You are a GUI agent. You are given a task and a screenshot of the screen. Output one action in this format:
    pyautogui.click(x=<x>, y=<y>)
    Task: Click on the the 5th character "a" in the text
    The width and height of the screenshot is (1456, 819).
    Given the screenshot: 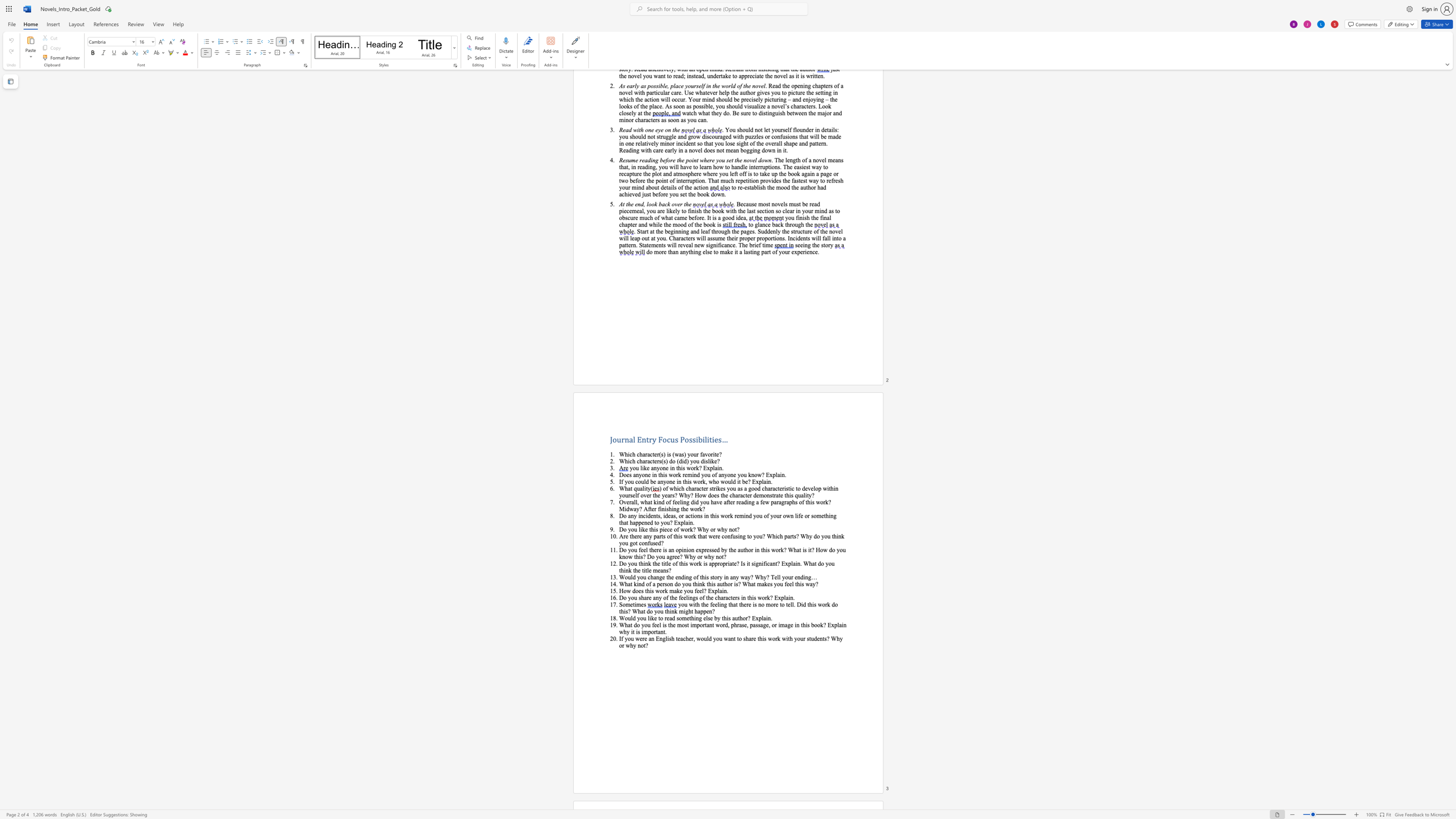 What is the action you would take?
    pyautogui.click(x=634, y=522)
    